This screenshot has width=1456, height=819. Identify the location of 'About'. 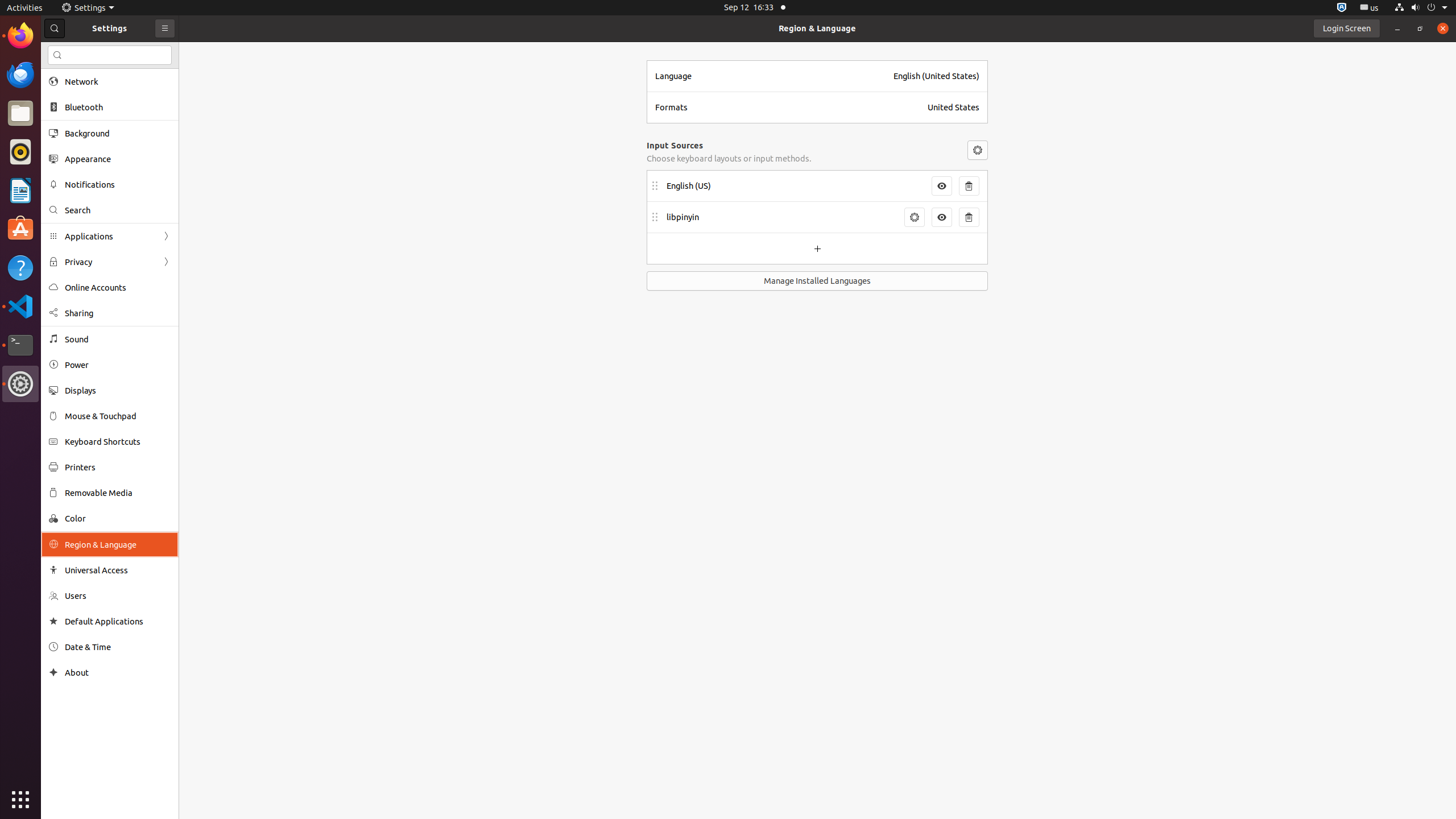
(53, 672).